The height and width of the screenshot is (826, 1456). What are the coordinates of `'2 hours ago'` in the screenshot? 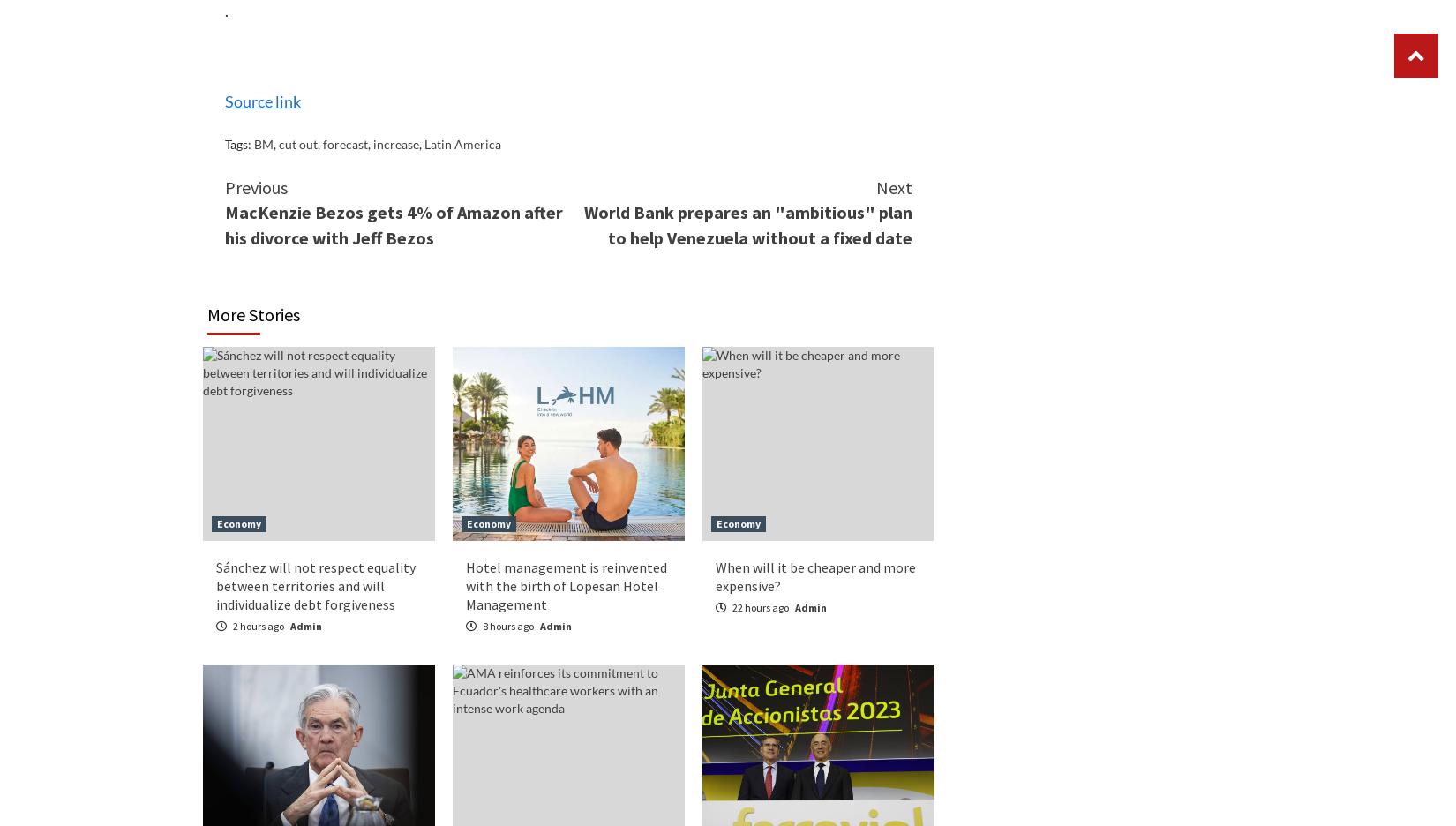 It's located at (259, 624).